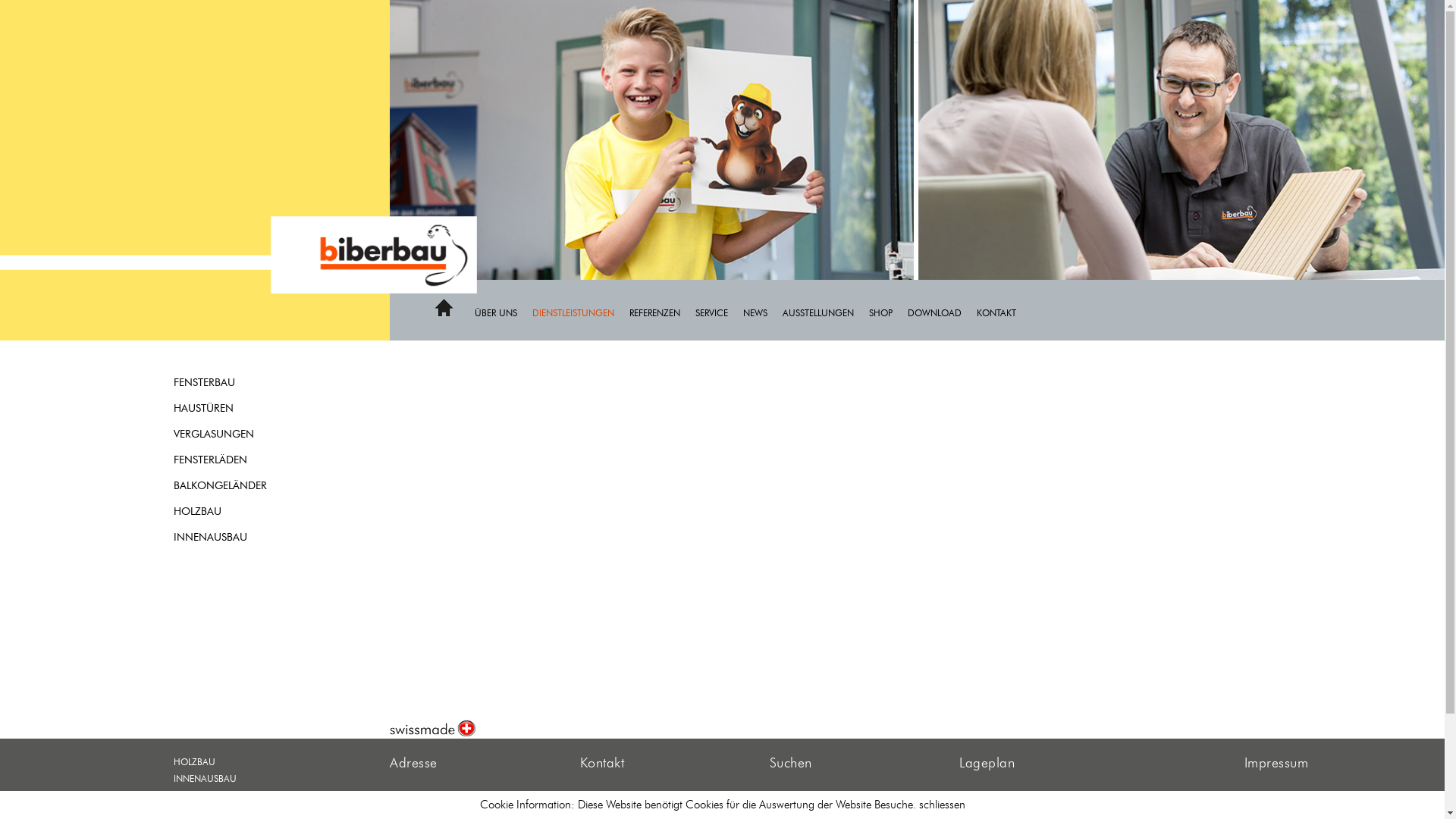  What do you see at coordinates (1276, 763) in the screenshot?
I see `'Impressum'` at bounding box center [1276, 763].